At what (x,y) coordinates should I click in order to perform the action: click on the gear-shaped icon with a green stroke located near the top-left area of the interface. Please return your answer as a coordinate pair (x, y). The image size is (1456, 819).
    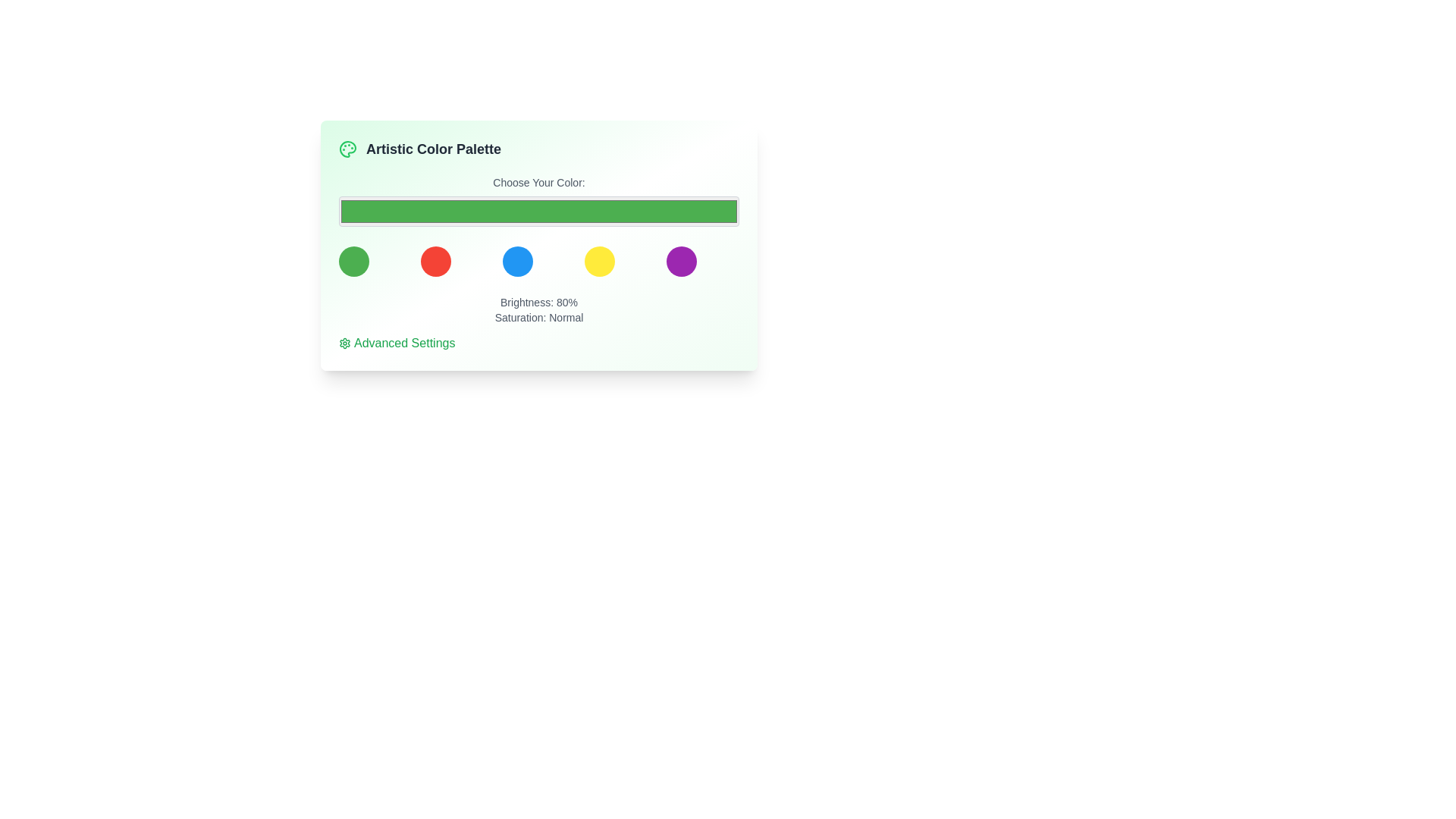
    Looking at the image, I should click on (344, 343).